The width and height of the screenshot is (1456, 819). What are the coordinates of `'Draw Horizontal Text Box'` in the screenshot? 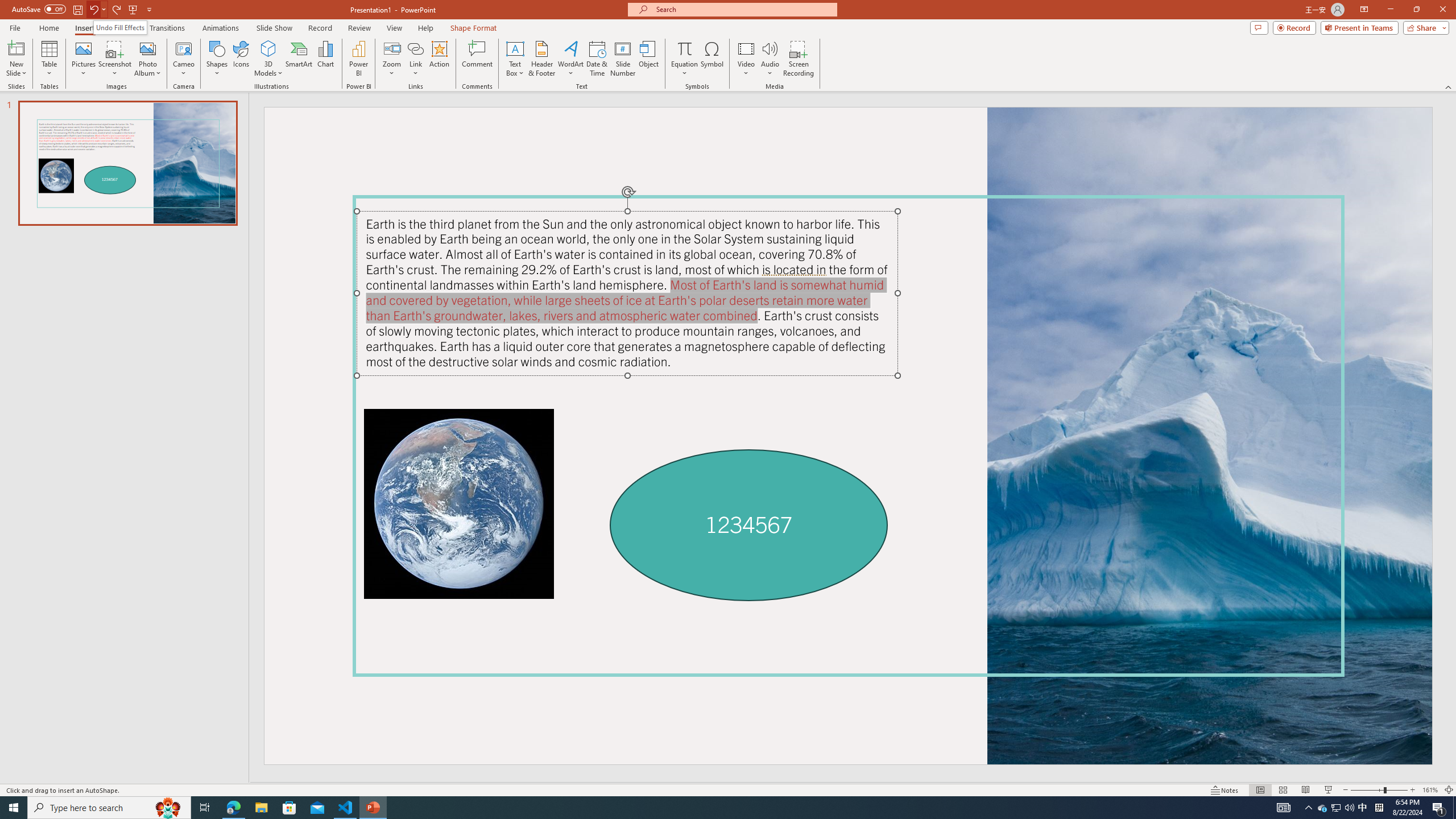 It's located at (515, 48).